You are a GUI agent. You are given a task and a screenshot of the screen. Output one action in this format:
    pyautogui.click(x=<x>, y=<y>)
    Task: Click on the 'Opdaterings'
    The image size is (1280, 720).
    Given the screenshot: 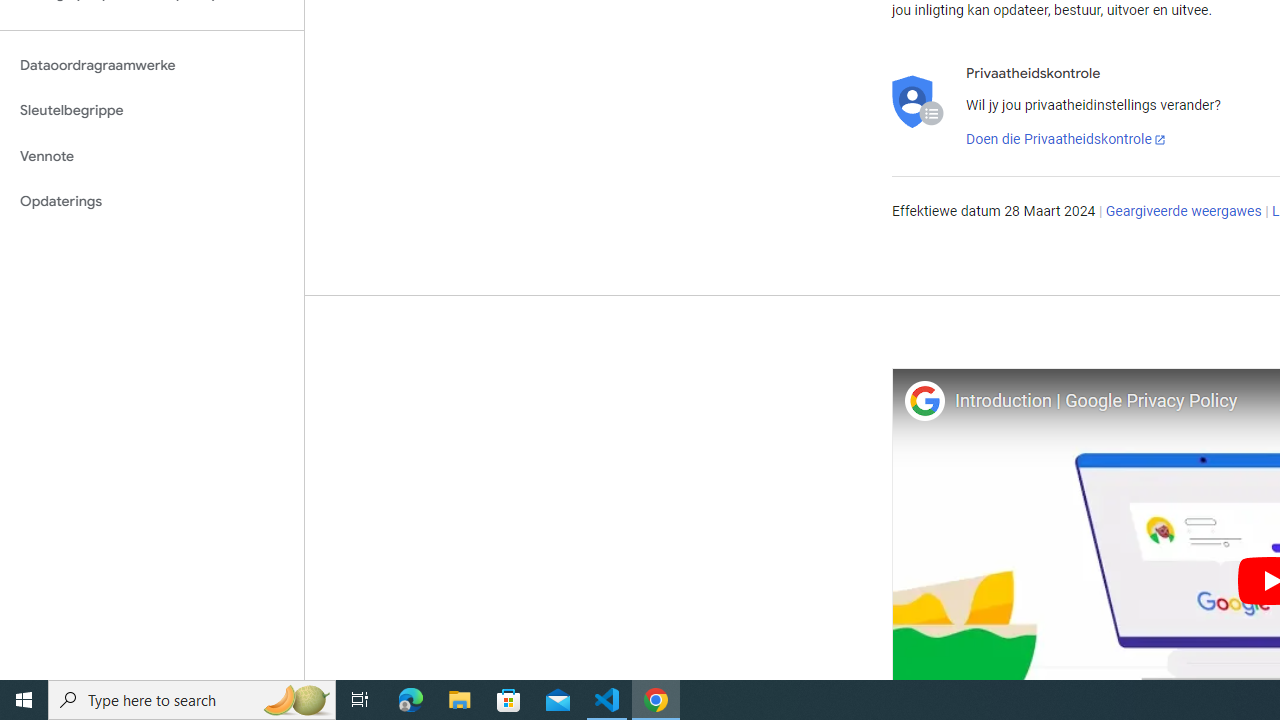 What is the action you would take?
    pyautogui.click(x=151, y=201)
    